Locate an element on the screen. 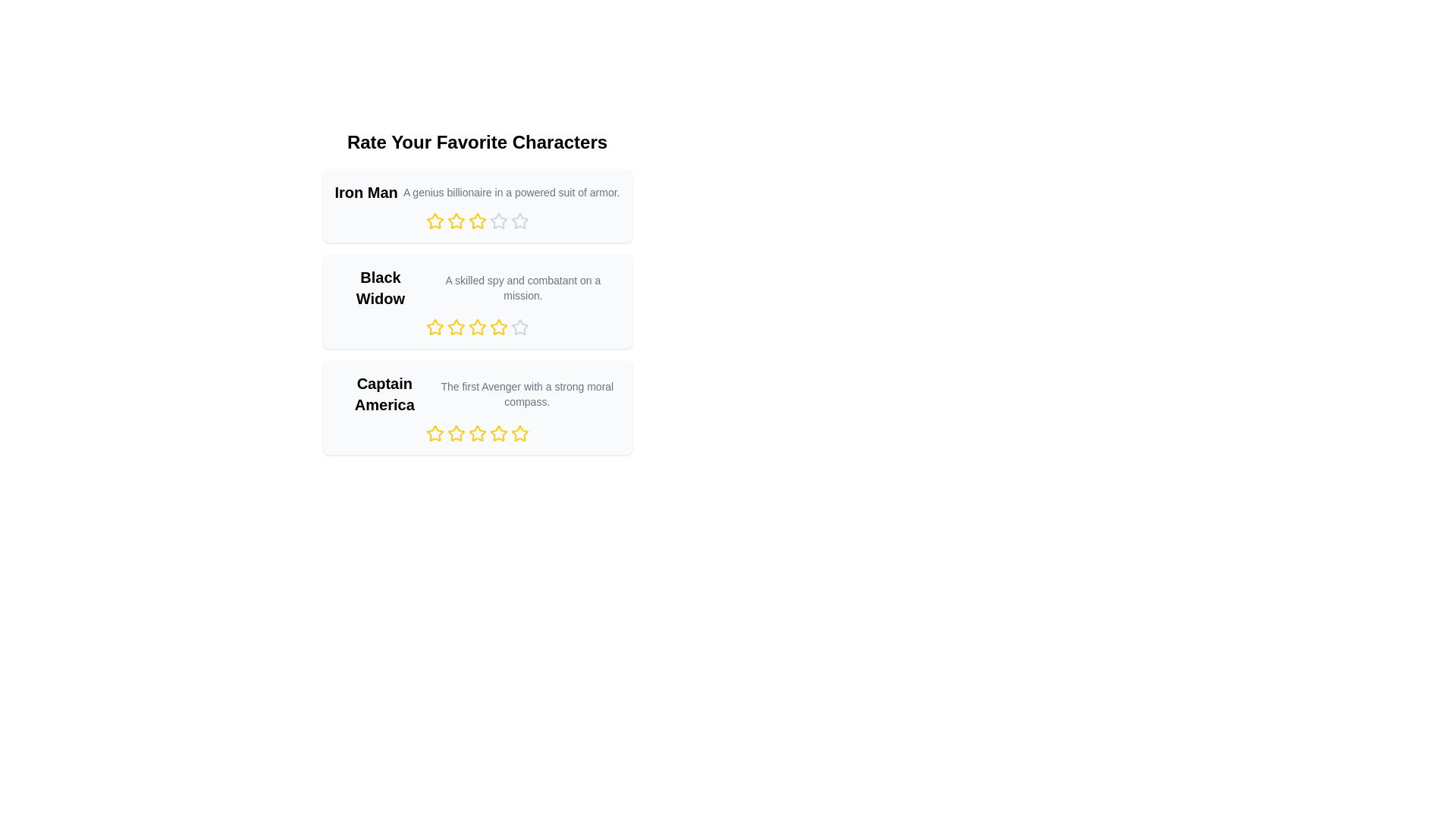 The image size is (1456, 819). the fifth star-shaped icon in yellow to rate 'Captain America' the highest value in the 5-star rating system is located at coordinates (519, 433).